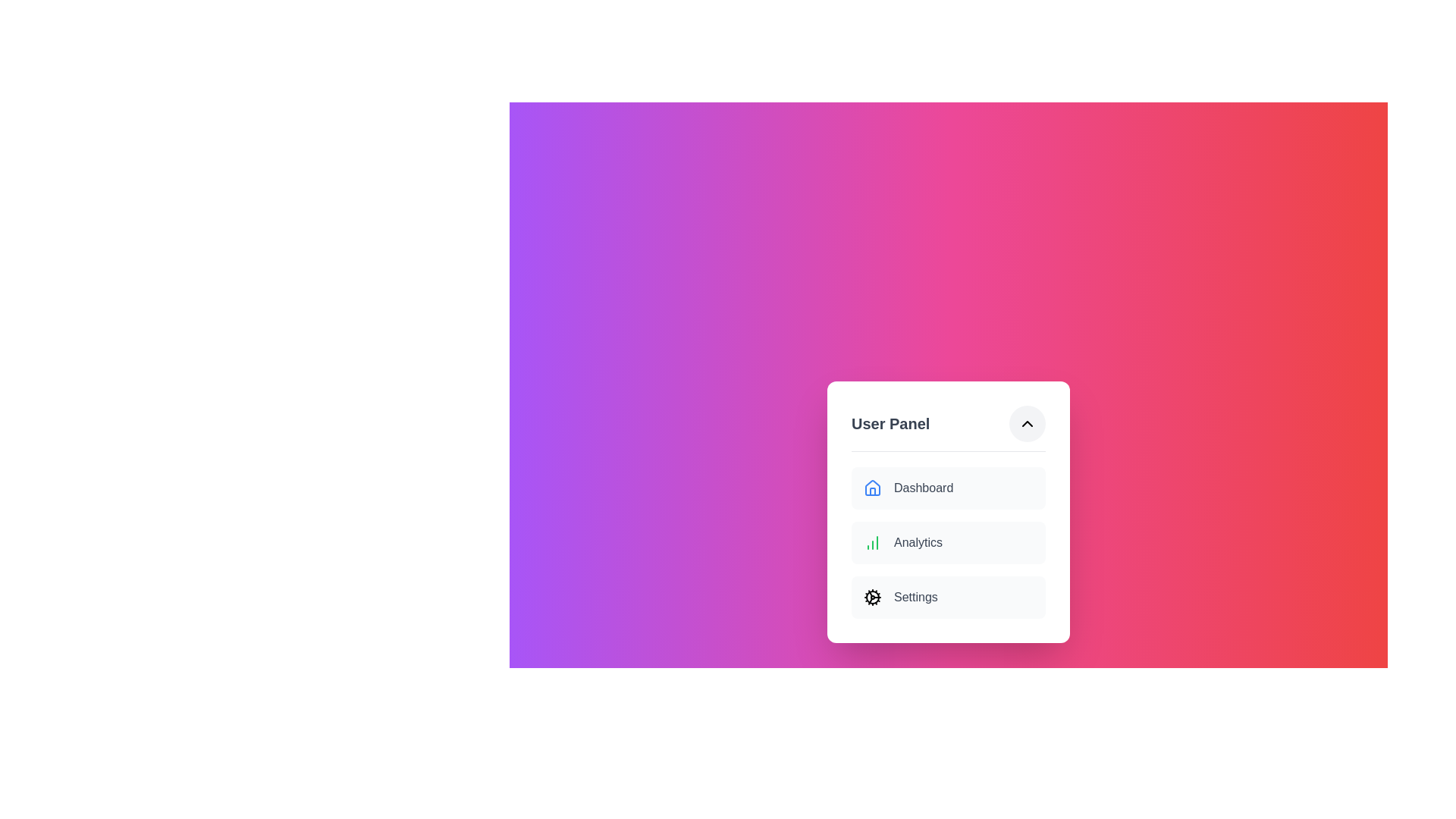 Image resolution: width=1456 pixels, height=819 pixels. I want to click on the menu item Settings from the menu, so click(948, 596).